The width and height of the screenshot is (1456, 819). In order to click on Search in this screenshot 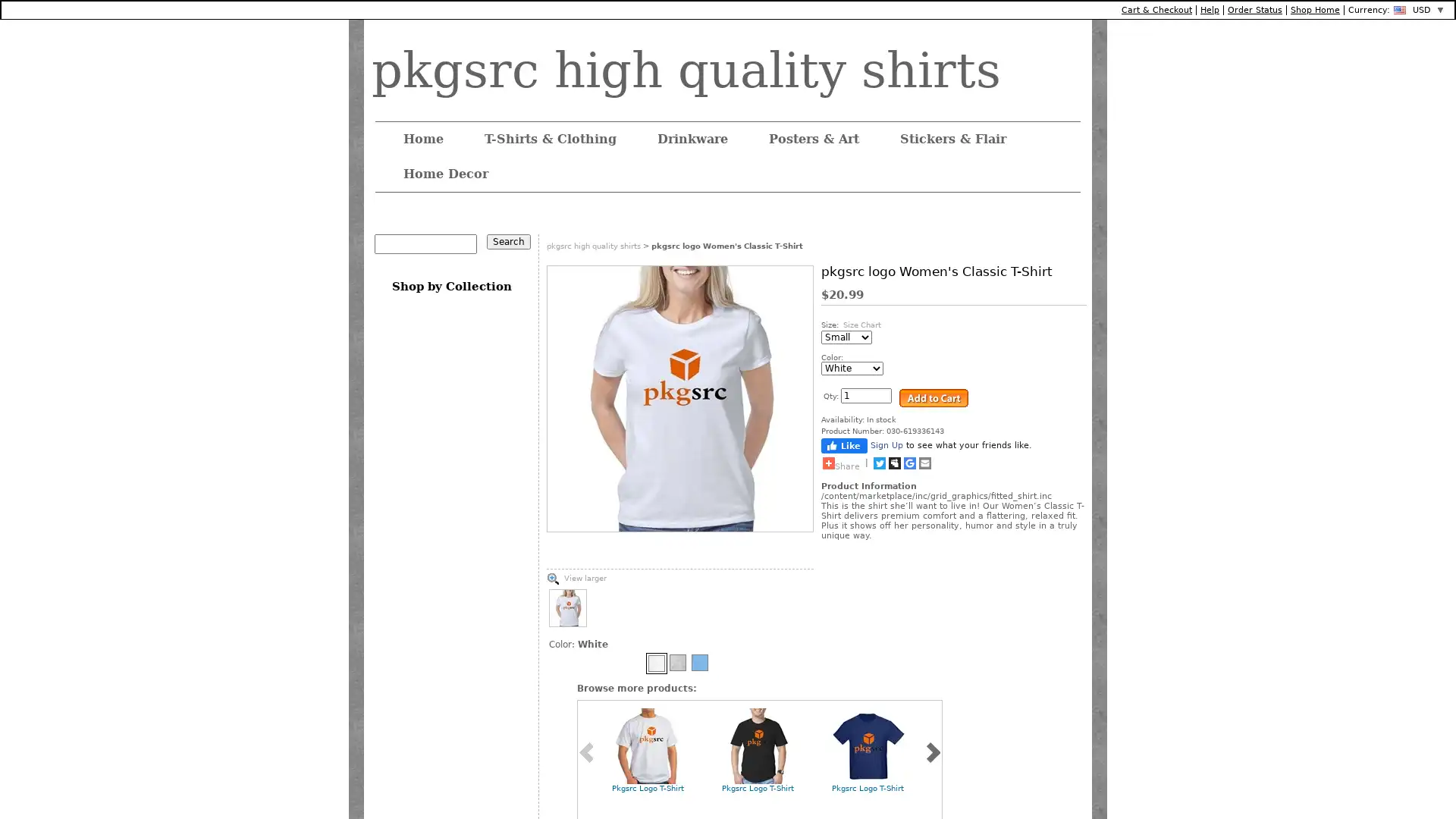, I will do `click(509, 241)`.